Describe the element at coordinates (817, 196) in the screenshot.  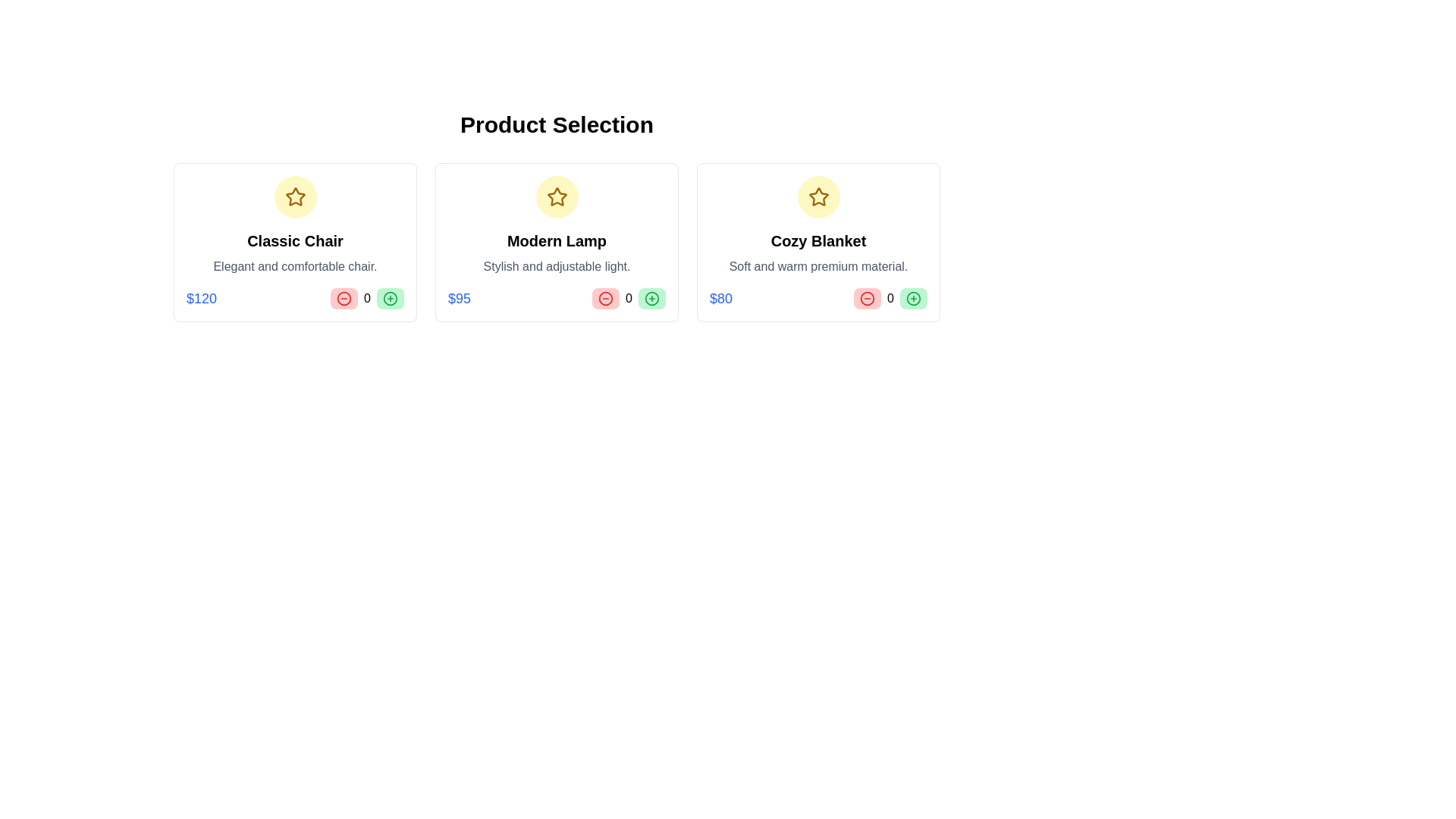
I see `the yellow star-shaped outline icon within the circular yellow badge on the 'Modern Lamp' card, located at the top of the card` at that location.